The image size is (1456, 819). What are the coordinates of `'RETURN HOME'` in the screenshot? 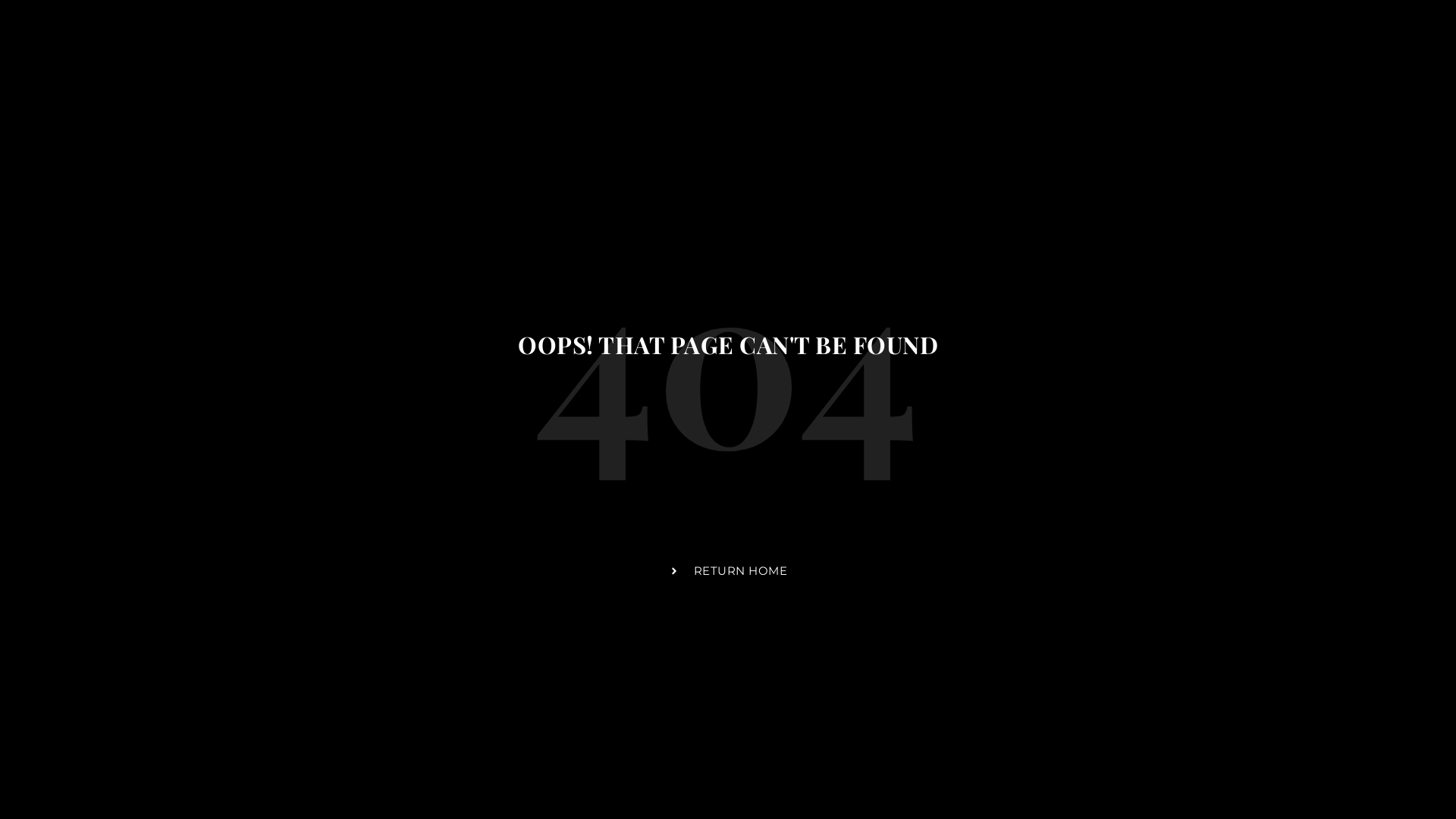 It's located at (668, 570).